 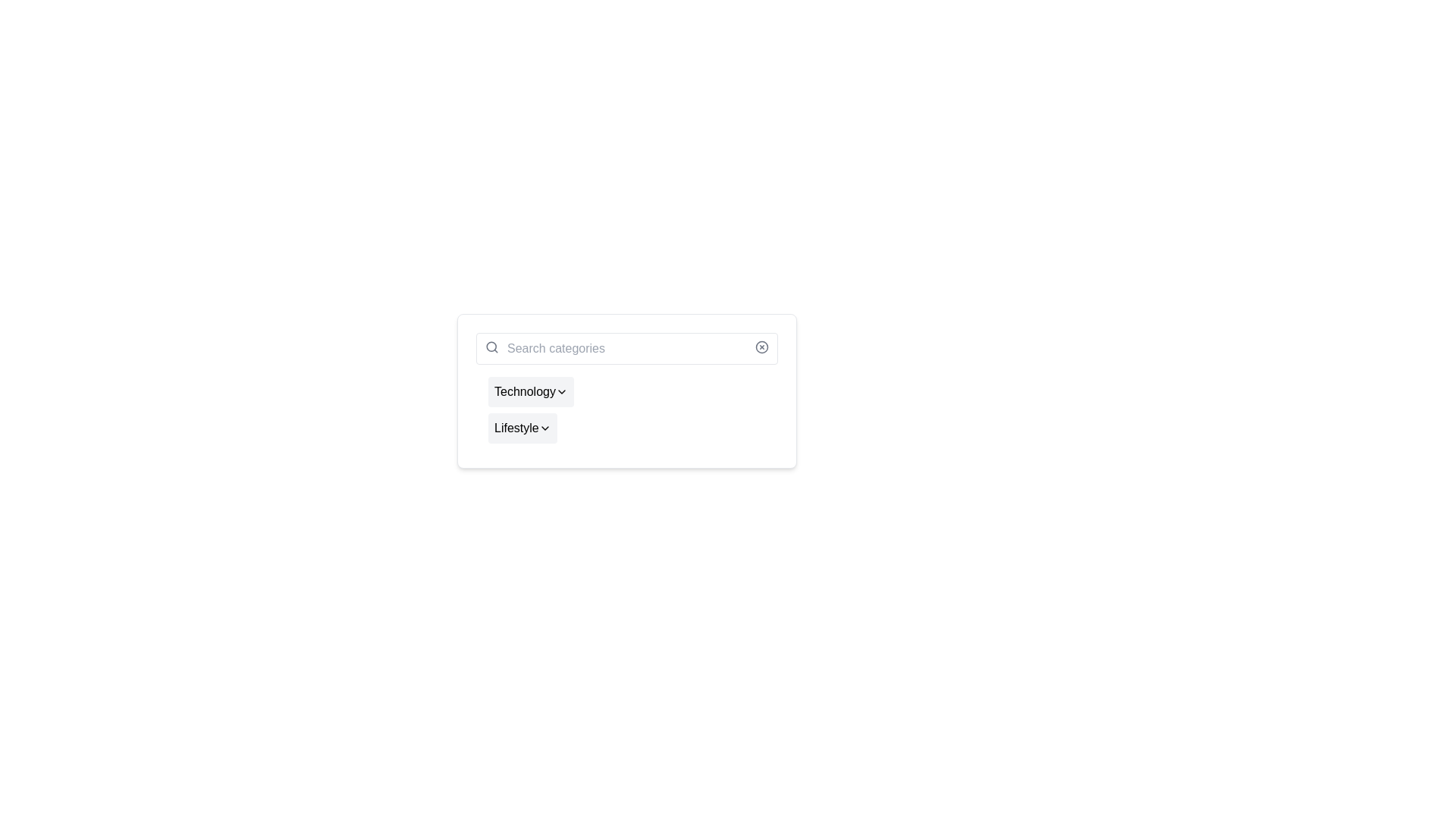 What do you see at coordinates (560, 391) in the screenshot?
I see `the 'Technology' icon located to the right of the text 'Technology'` at bounding box center [560, 391].